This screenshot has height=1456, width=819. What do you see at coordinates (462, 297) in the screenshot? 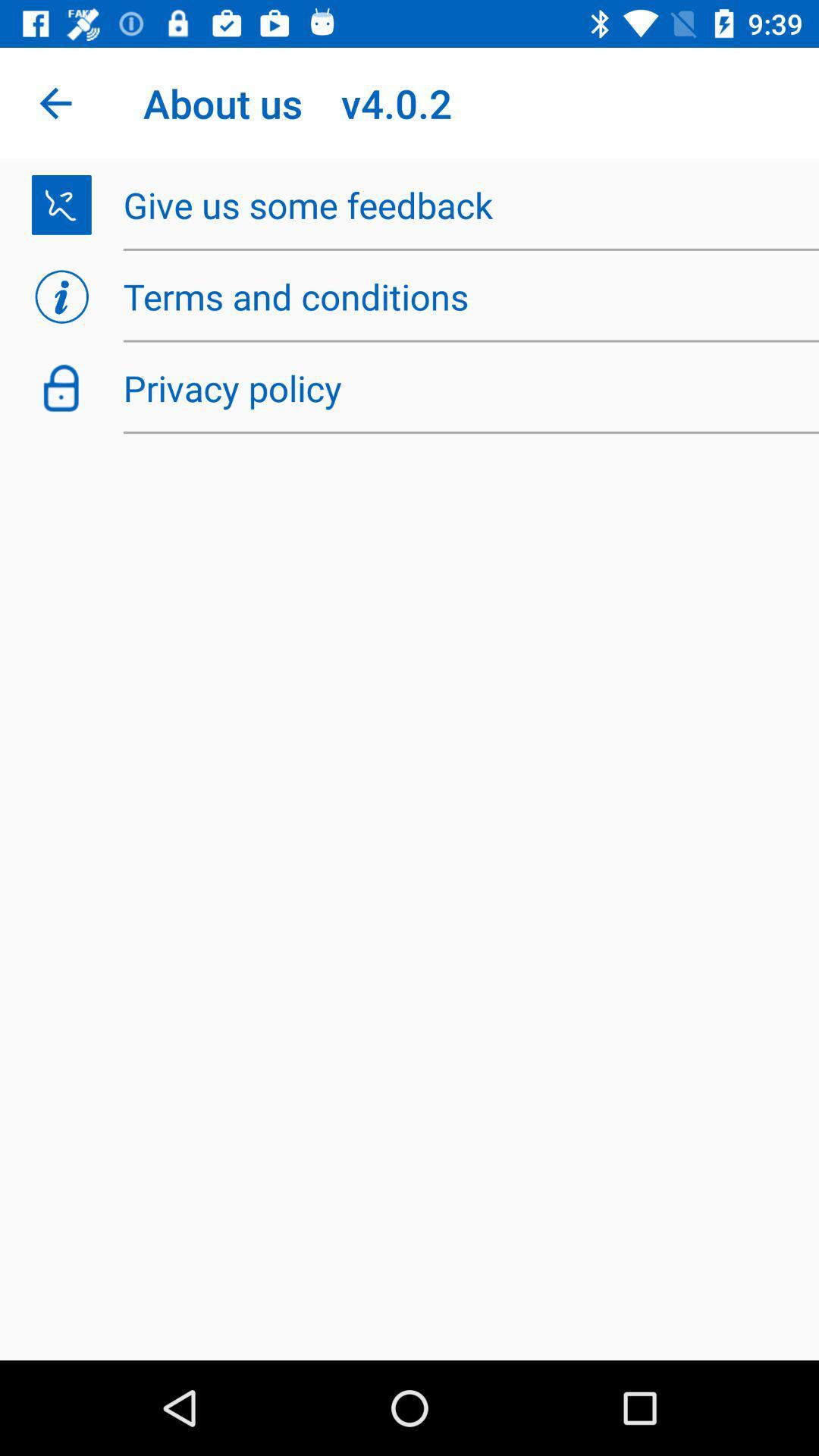
I see `terms and conditions item` at bounding box center [462, 297].